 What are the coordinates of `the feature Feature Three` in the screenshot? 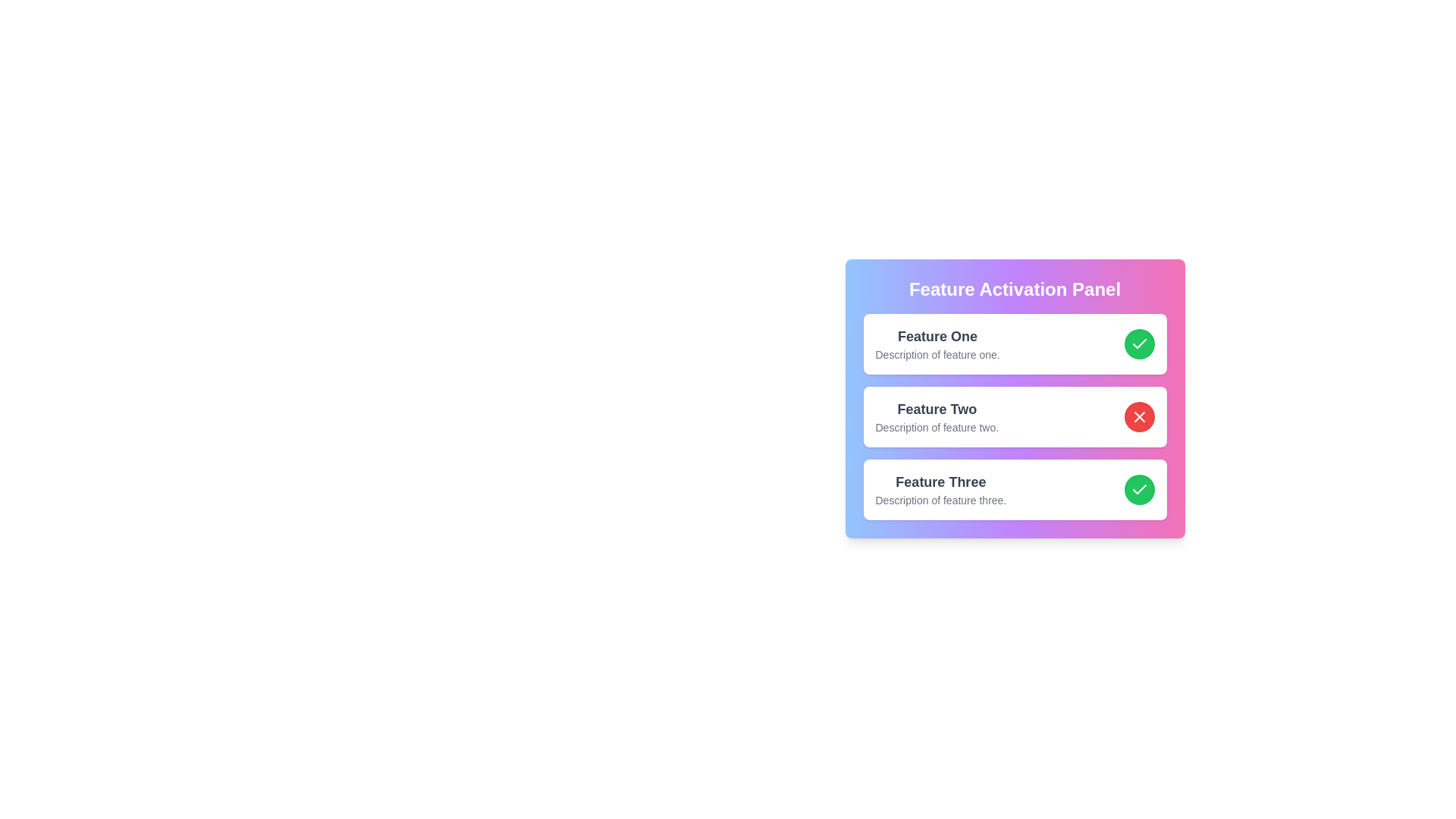 It's located at (1139, 489).